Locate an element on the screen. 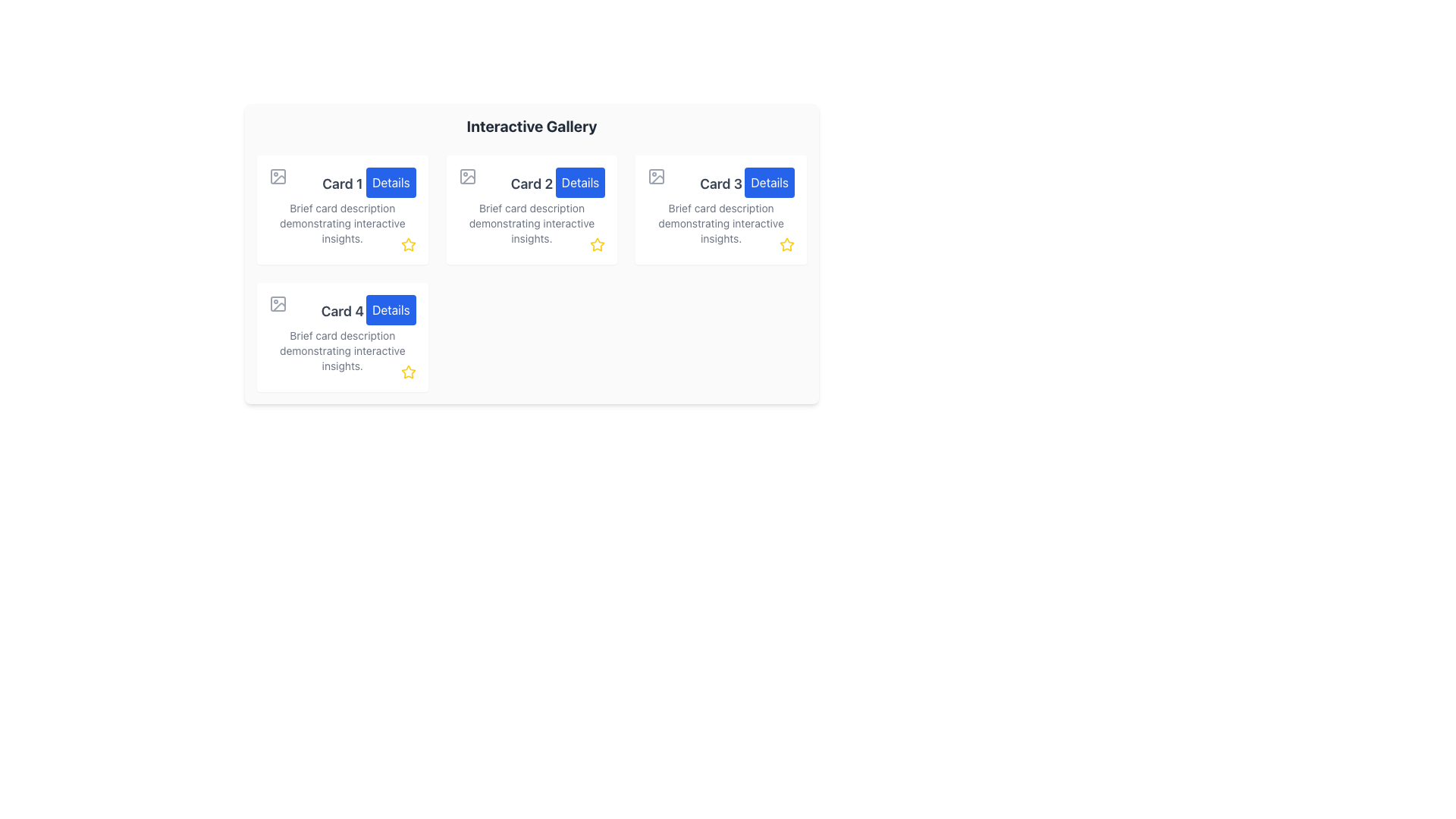  the text label displaying 'Card 4', which is bold and dark gray, located in the upper section of the leftmost card in the second row is located at coordinates (341, 311).